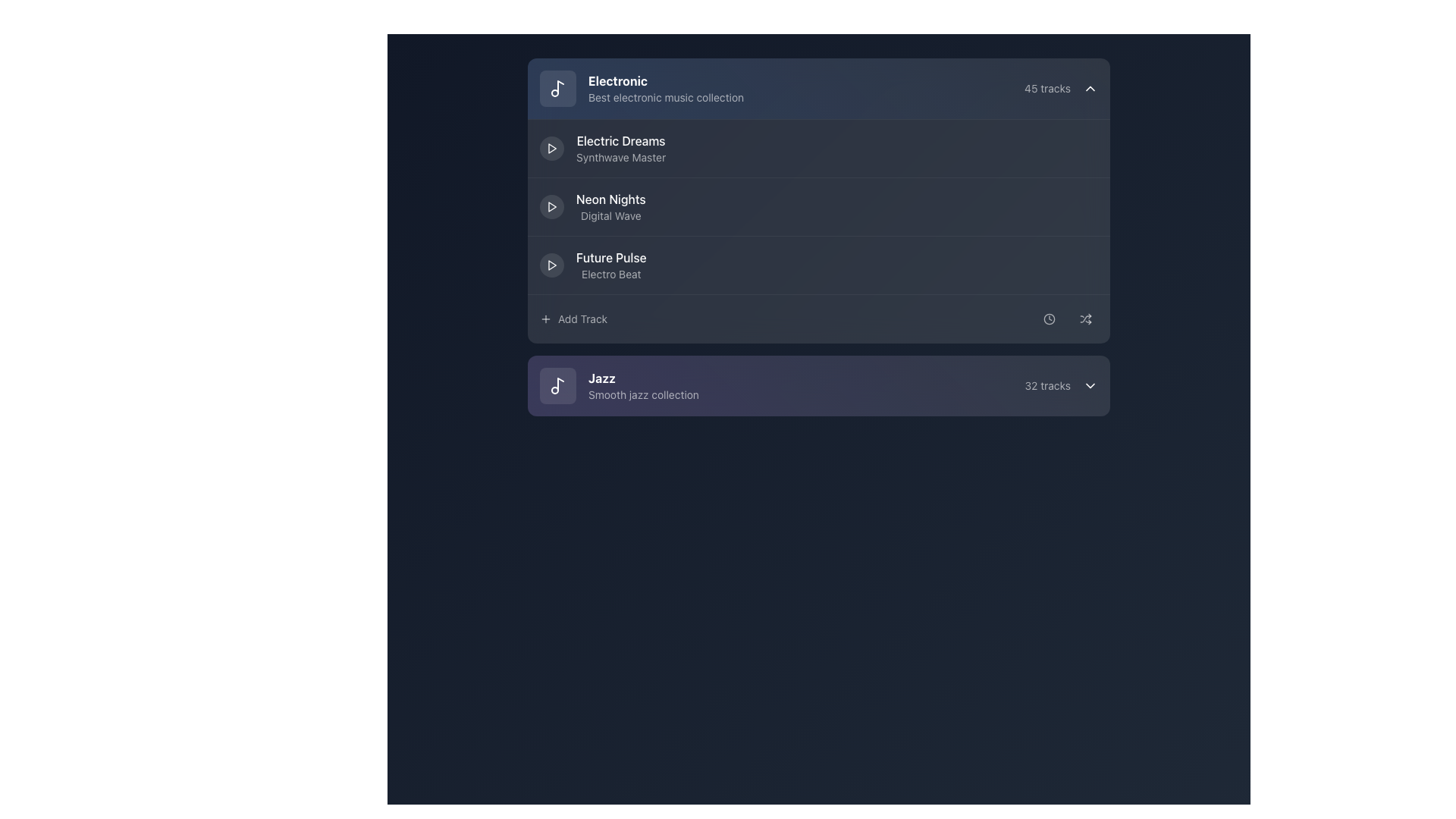 This screenshot has width=1456, height=819. What do you see at coordinates (818, 385) in the screenshot?
I see `the fifth card in the list displaying the 'Jazz' album details` at bounding box center [818, 385].